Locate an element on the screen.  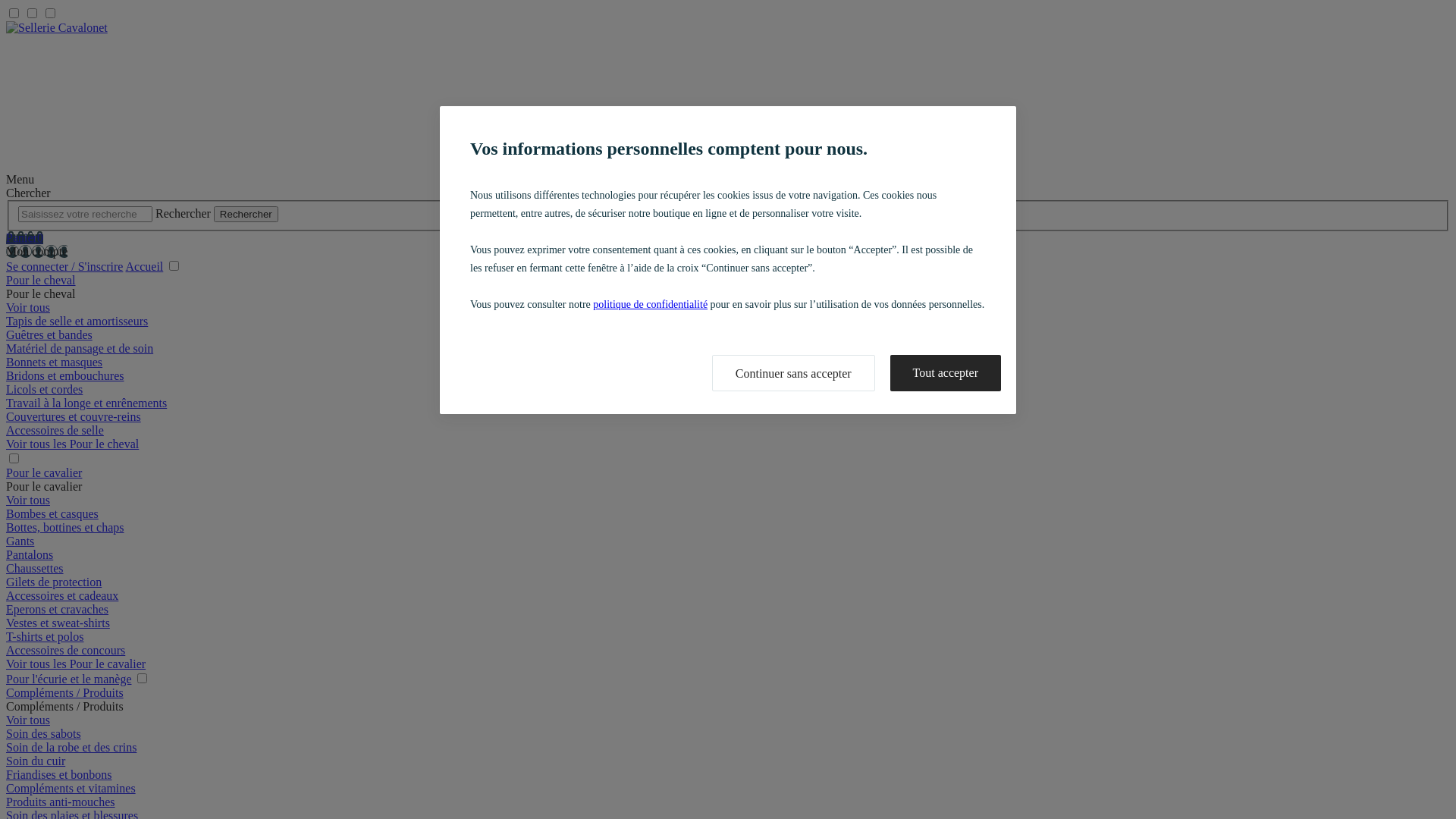
'Eperons et cravaches' is located at coordinates (6, 608).